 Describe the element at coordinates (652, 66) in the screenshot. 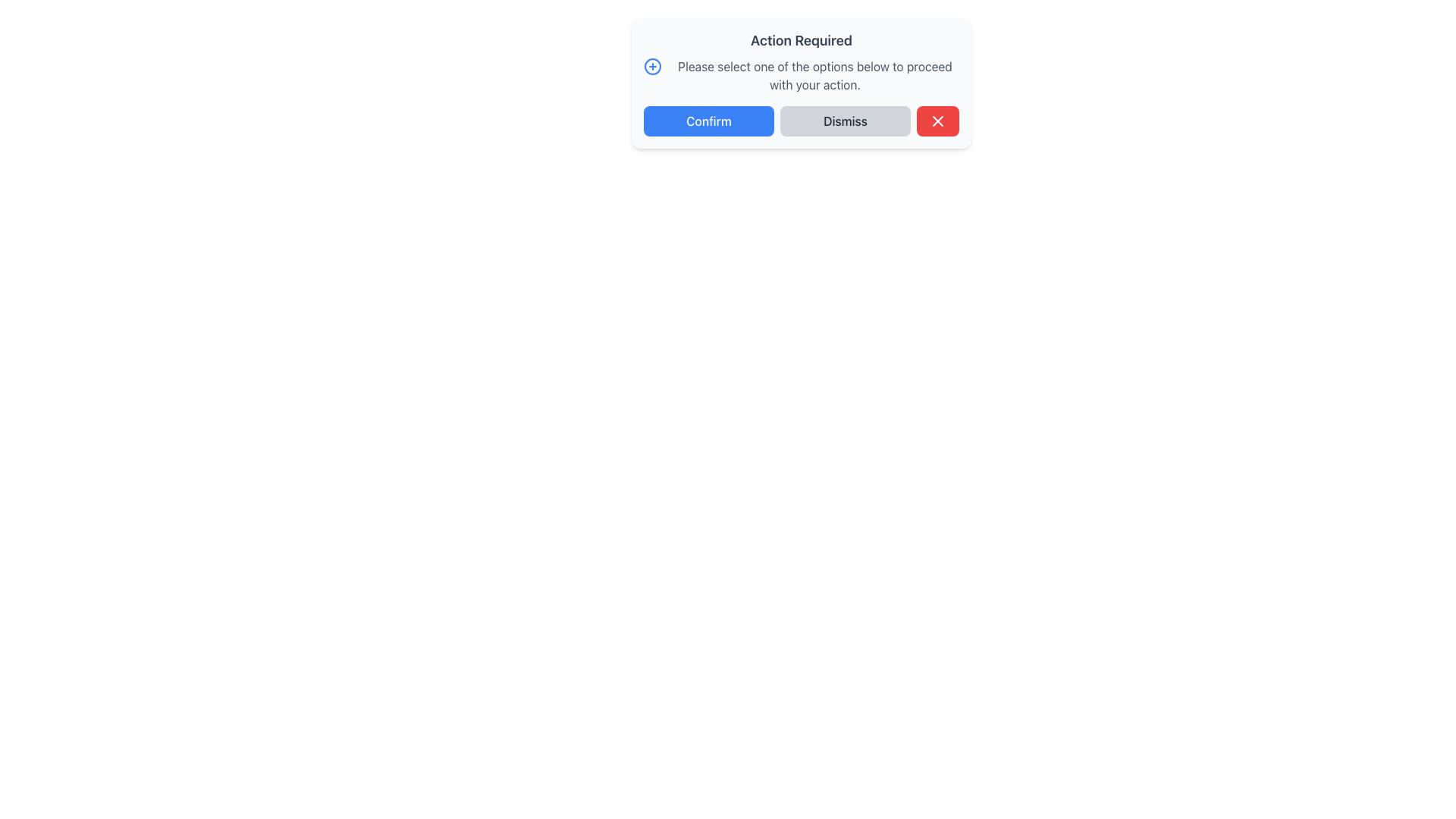

I see `the circular '+' icon represented by an SVG shape located at the top-left corner of the dialog box` at that location.